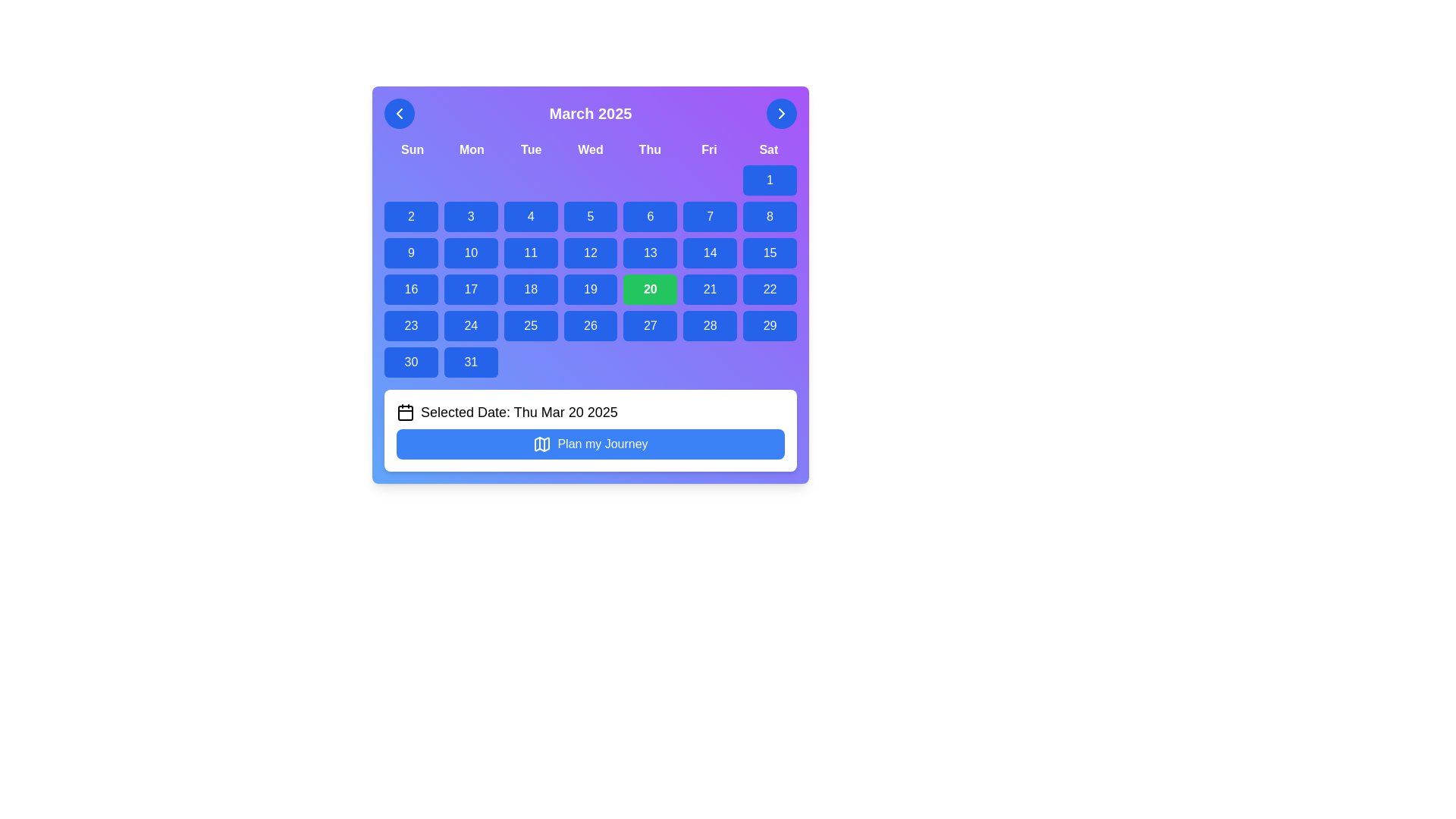 Image resolution: width=1456 pixels, height=819 pixels. I want to click on the rectangular button displaying the number '29' with a blue background in the calendar grid, so click(770, 325).